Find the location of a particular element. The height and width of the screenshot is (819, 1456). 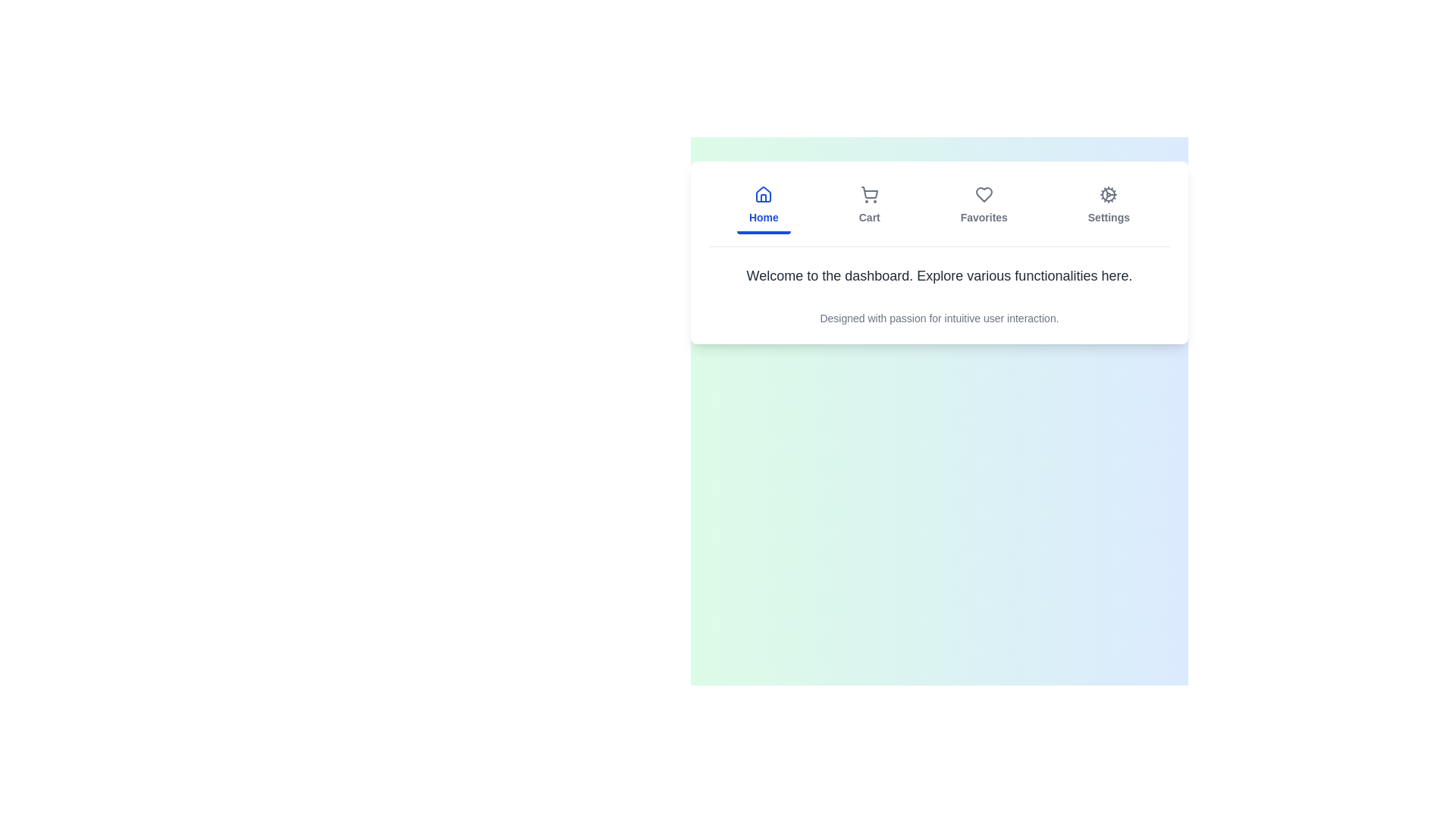

the 'Home' text label, which is a blue, bold font label located at the bottom of the Home tab section, directly below the house icon is located at coordinates (764, 217).